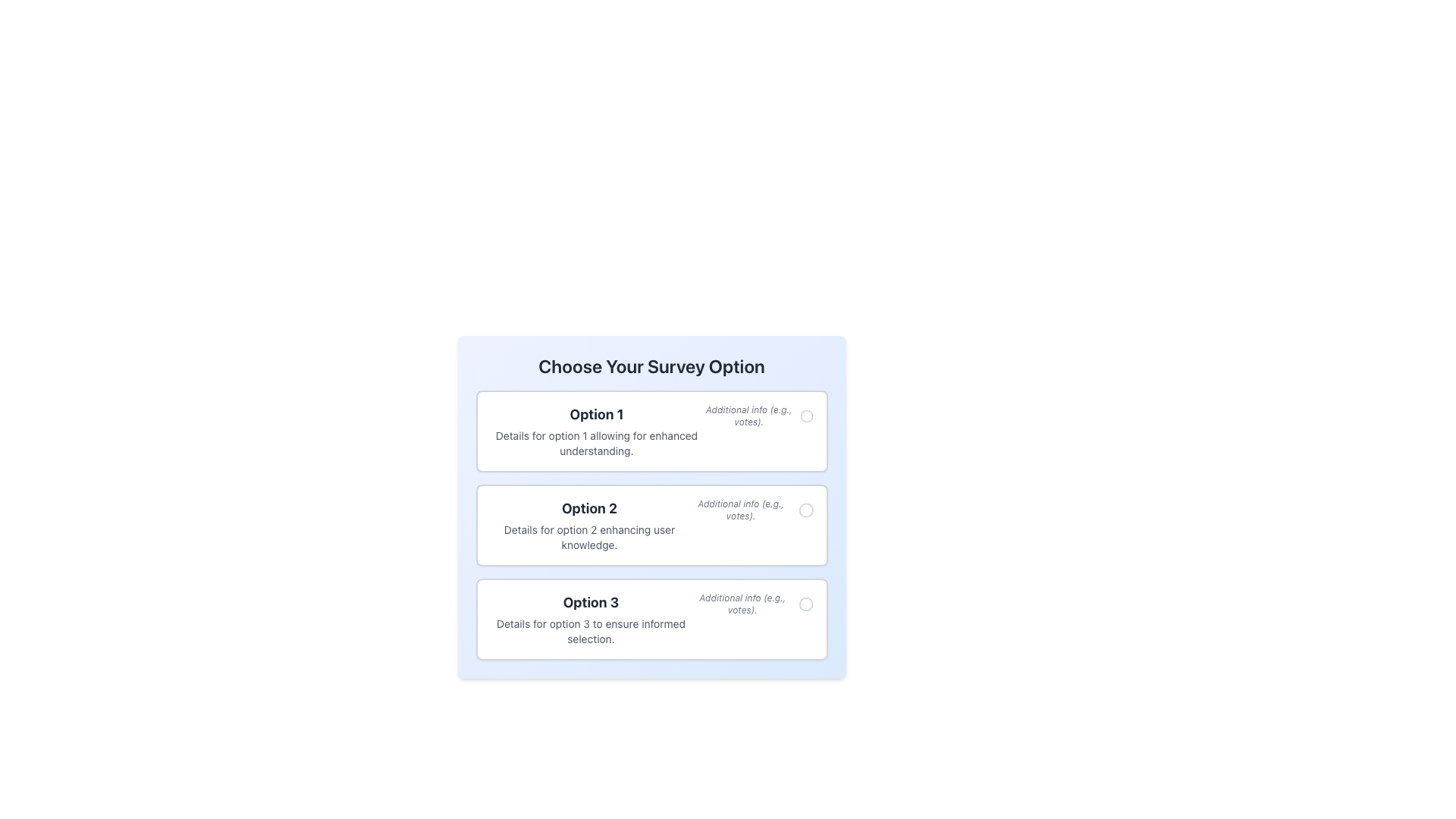 The height and width of the screenshot is (819, 1456). What do you see at coordinates (588, 509) in the screenshot?
I see `the label element that serves as the title for the middle option in the survey choices, specifically labeled 'Option 2'` at bounding box center [588, 509].